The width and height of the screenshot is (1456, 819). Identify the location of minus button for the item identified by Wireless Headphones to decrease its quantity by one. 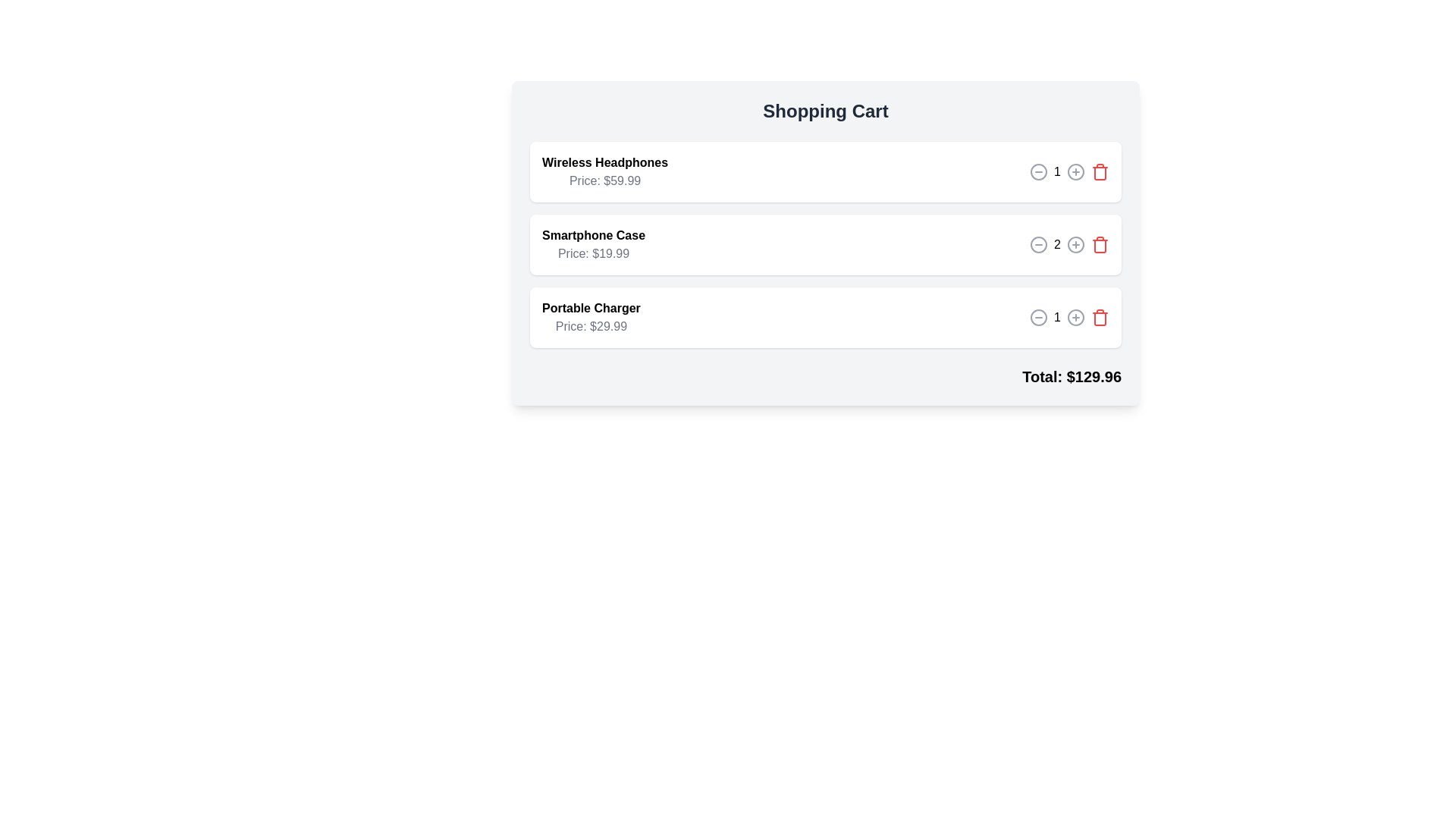
(1037, 171).